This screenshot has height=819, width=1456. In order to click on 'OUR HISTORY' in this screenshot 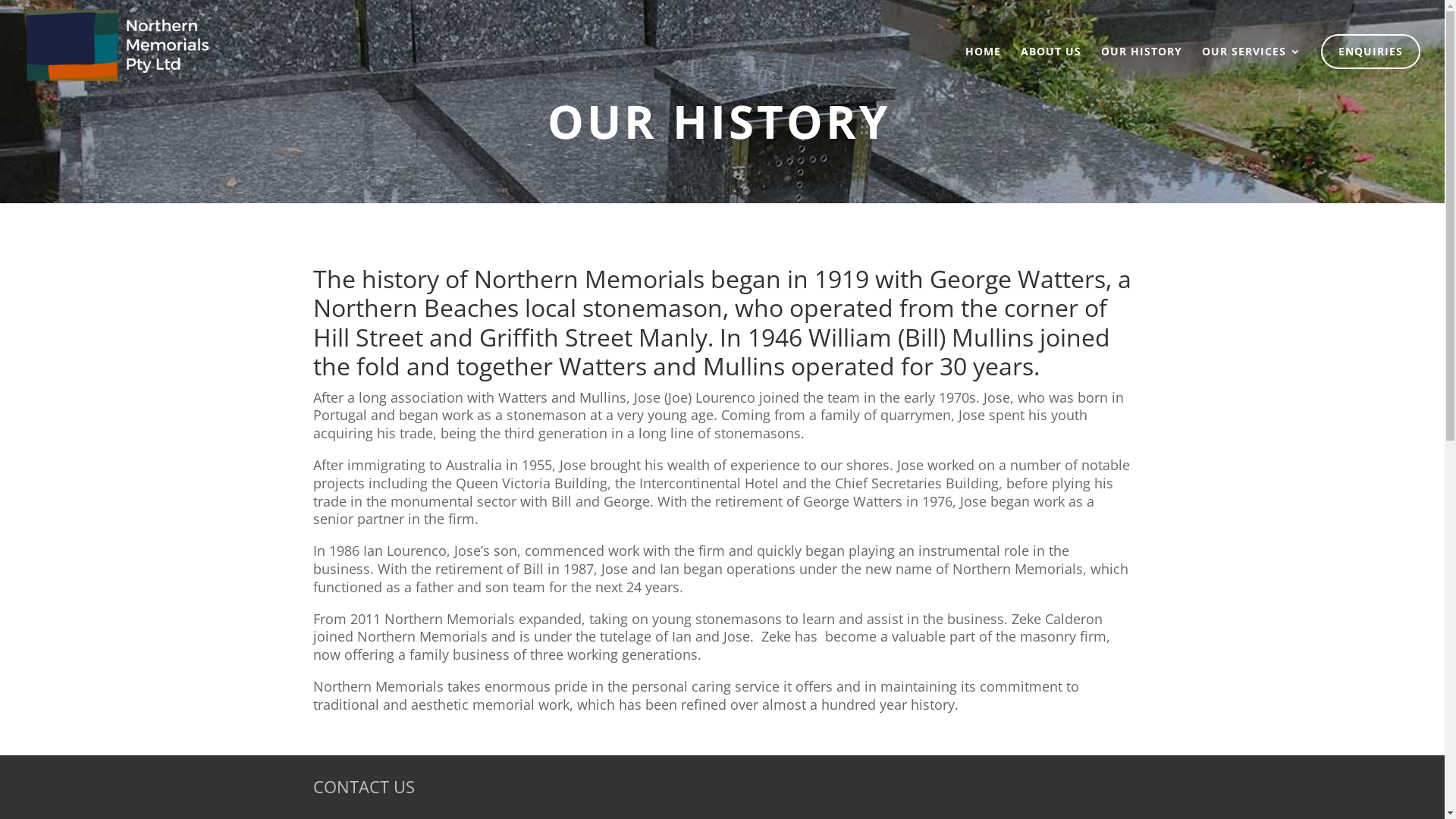, I will do `click(1100, 68)`.